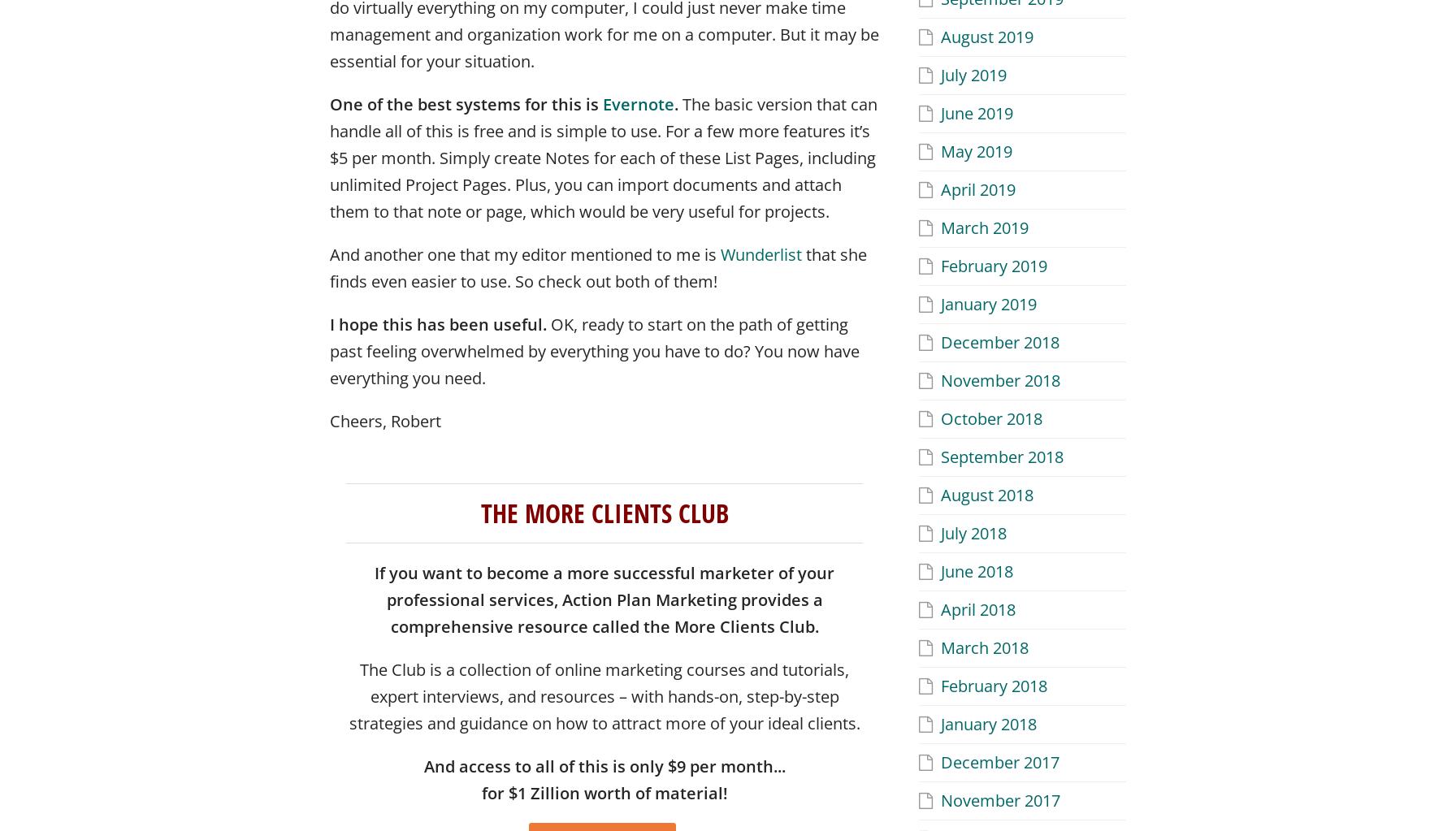 The height and width of the screenshot is (831, 1456). I want to click on 'April 2018', so click(978, 608).